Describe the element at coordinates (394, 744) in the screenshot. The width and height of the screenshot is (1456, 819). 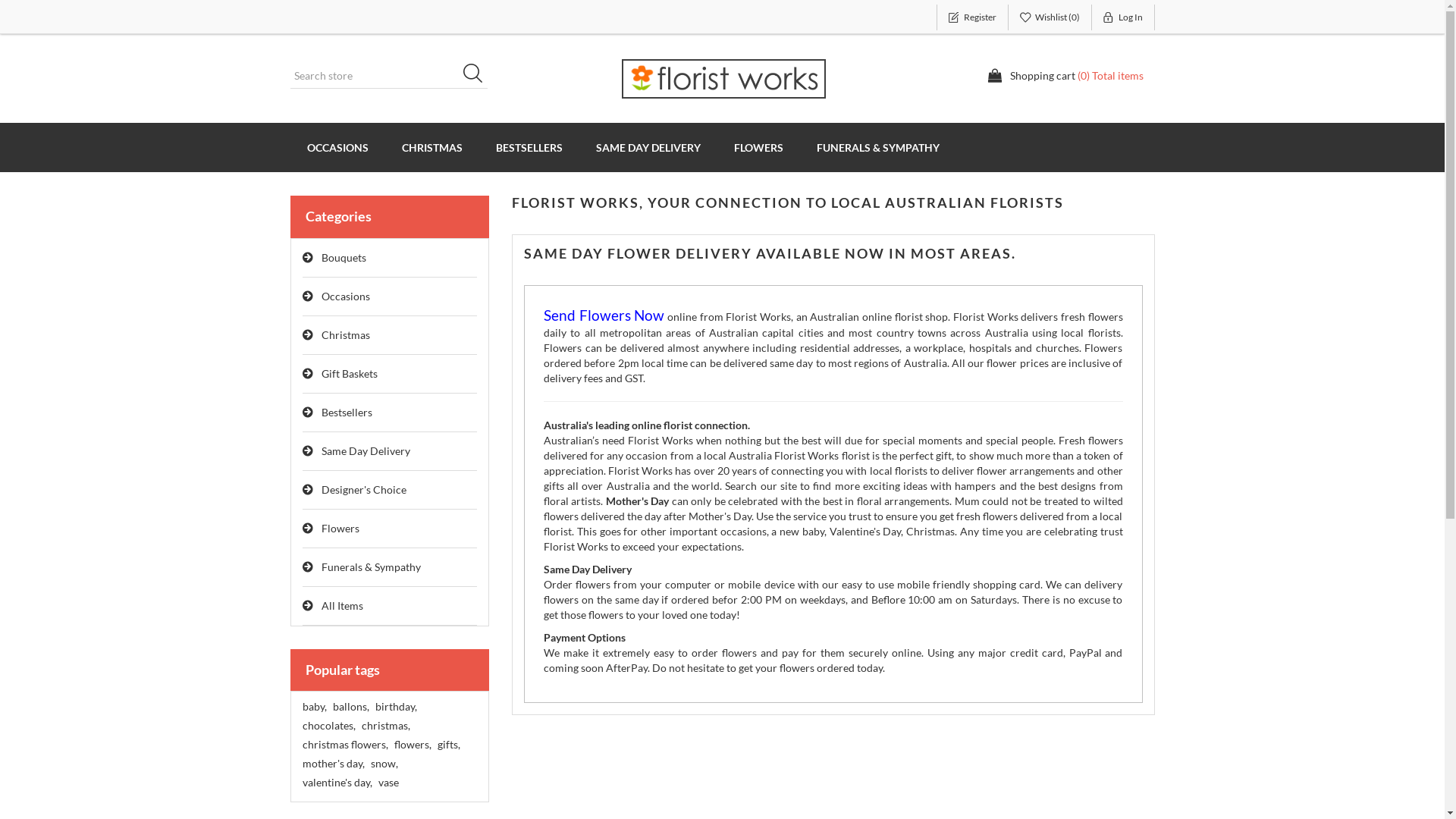
I see `'flowers,'` at that location.